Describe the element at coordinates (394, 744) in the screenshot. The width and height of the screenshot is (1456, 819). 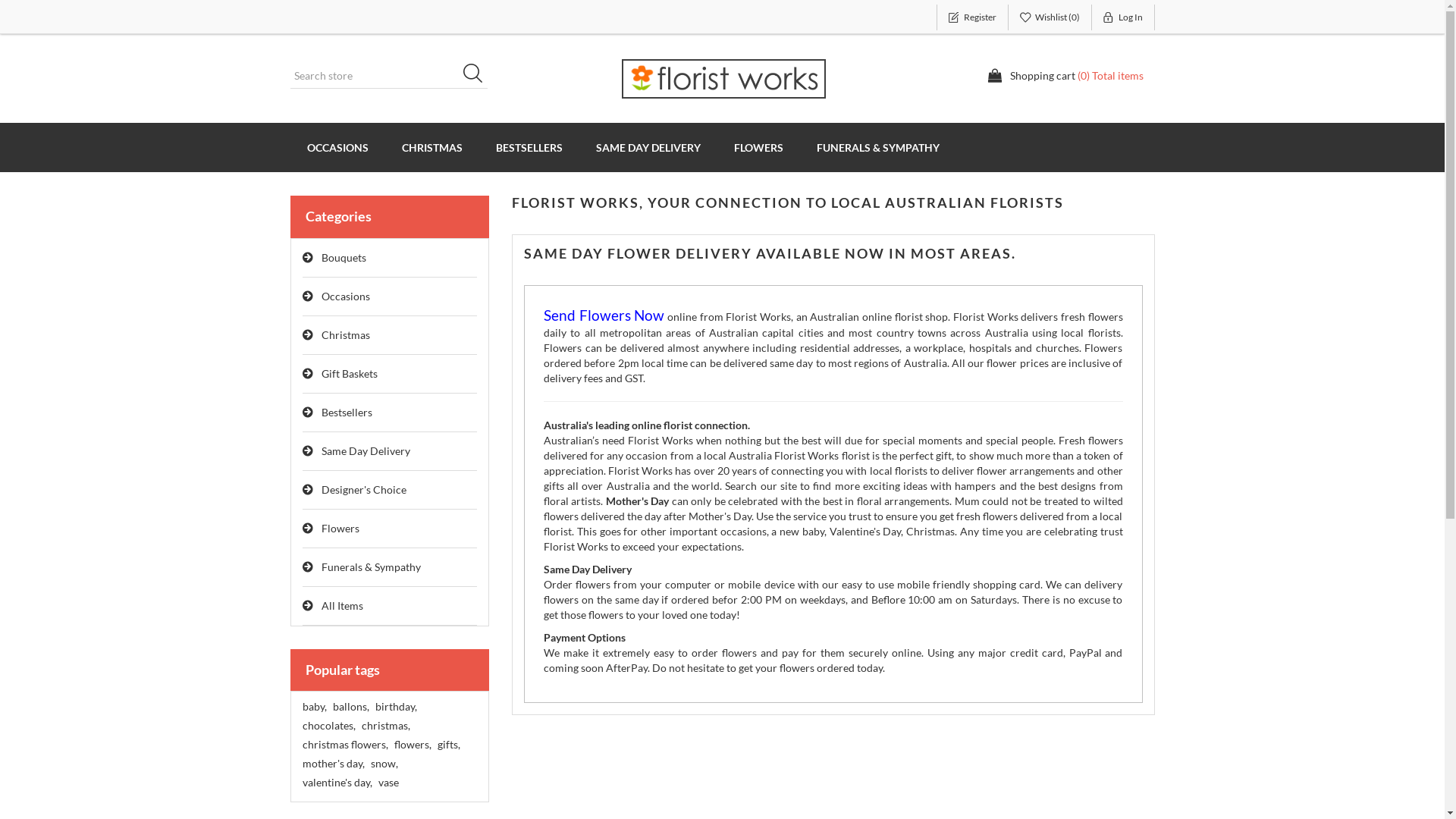
I see `'flowers,'` at that location.